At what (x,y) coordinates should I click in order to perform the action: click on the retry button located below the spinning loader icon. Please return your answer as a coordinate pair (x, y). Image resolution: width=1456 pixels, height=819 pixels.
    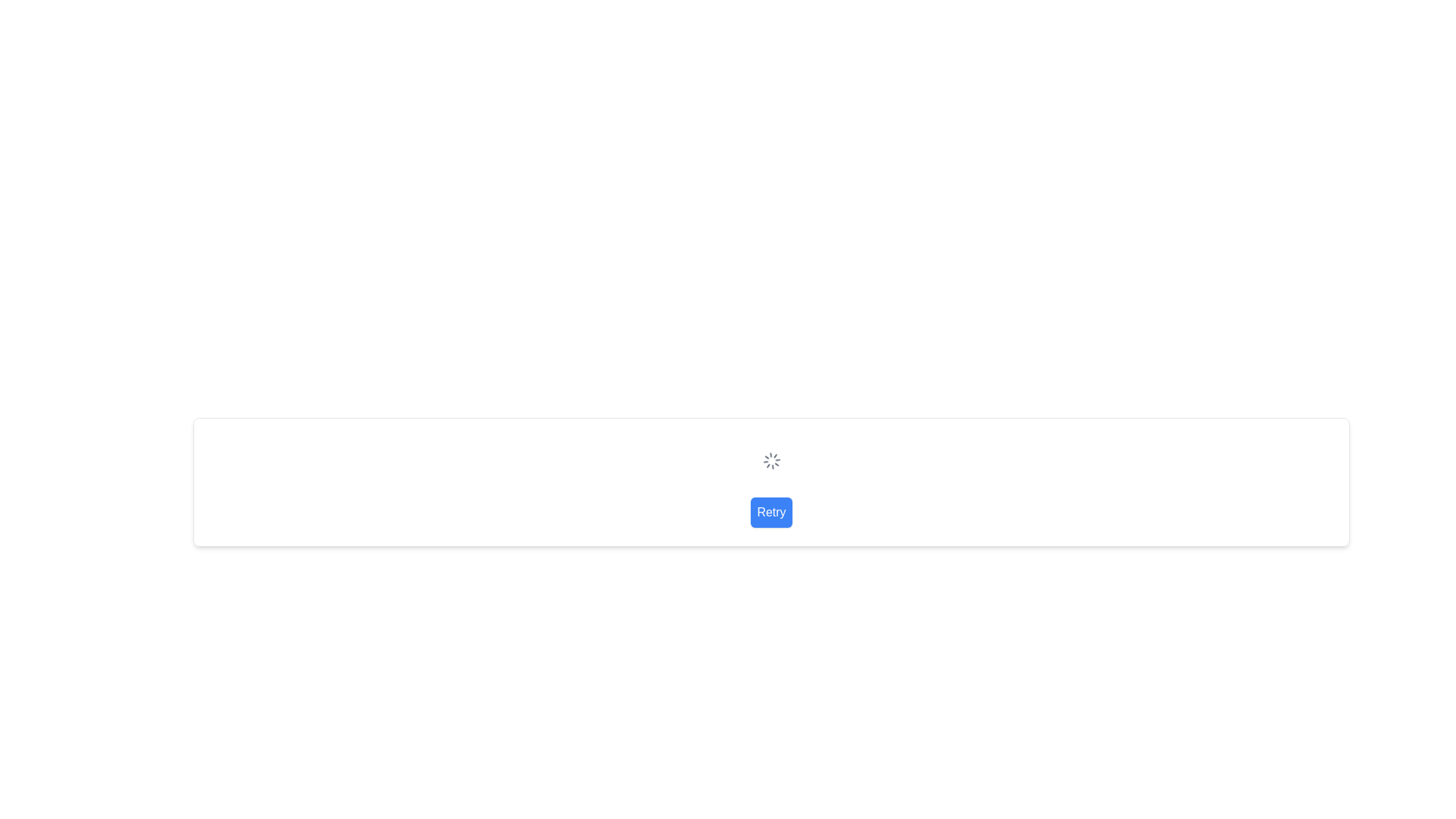
    Looking at the image, I should click on (771, 512).